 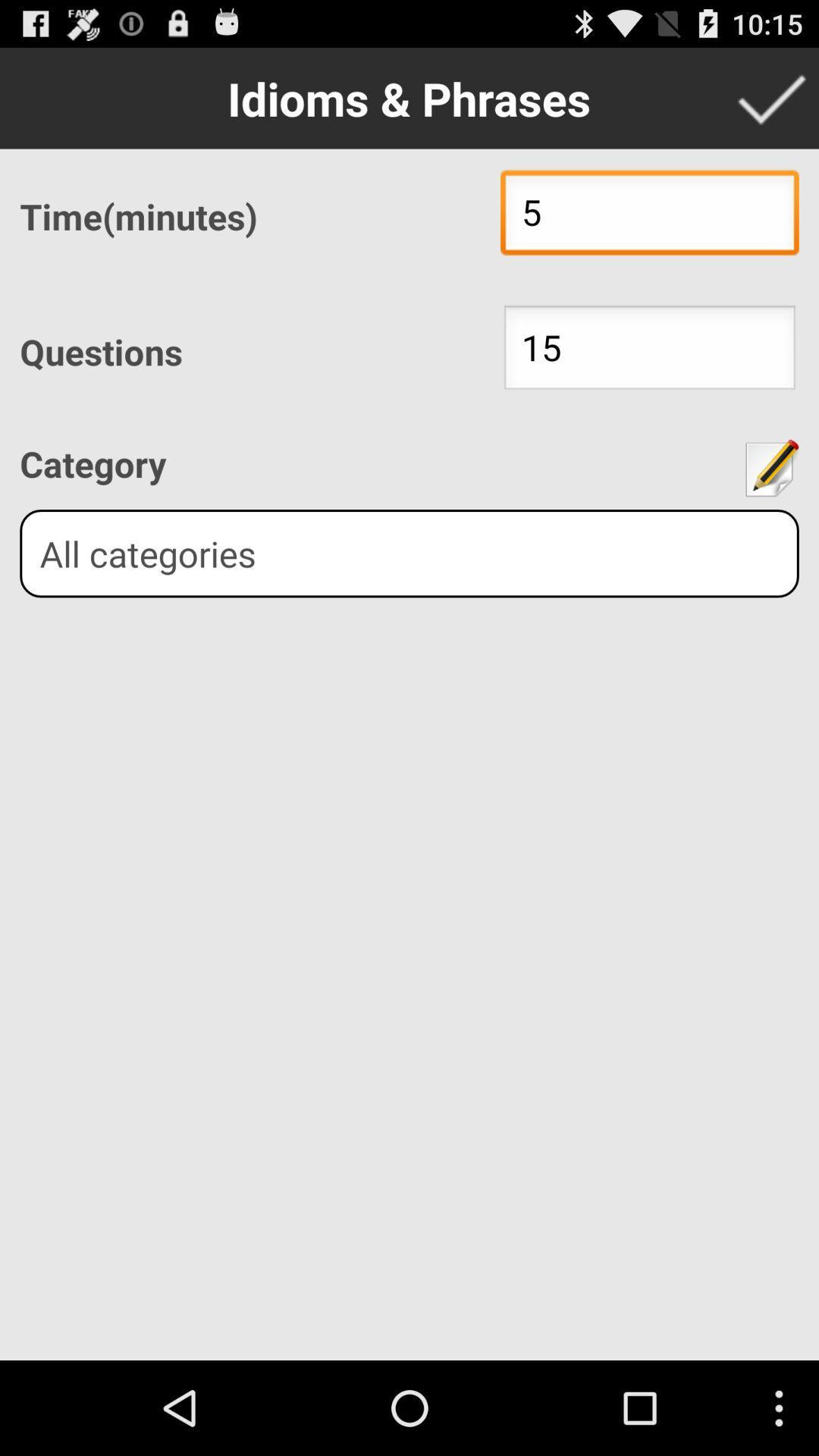 I want to click on validate settings, so click(x=771, y=97).